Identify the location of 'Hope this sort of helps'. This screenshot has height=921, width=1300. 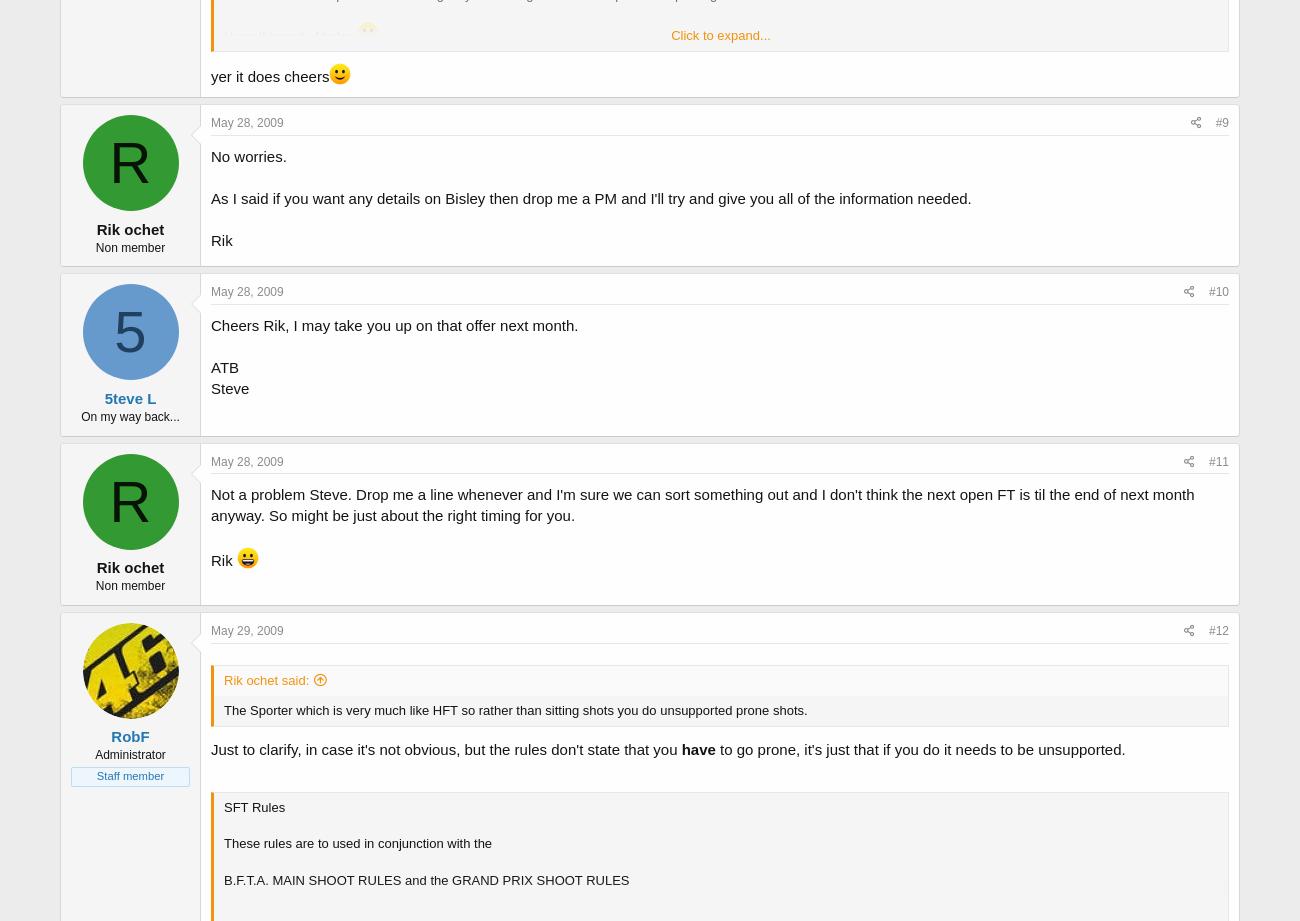
(290, 36).